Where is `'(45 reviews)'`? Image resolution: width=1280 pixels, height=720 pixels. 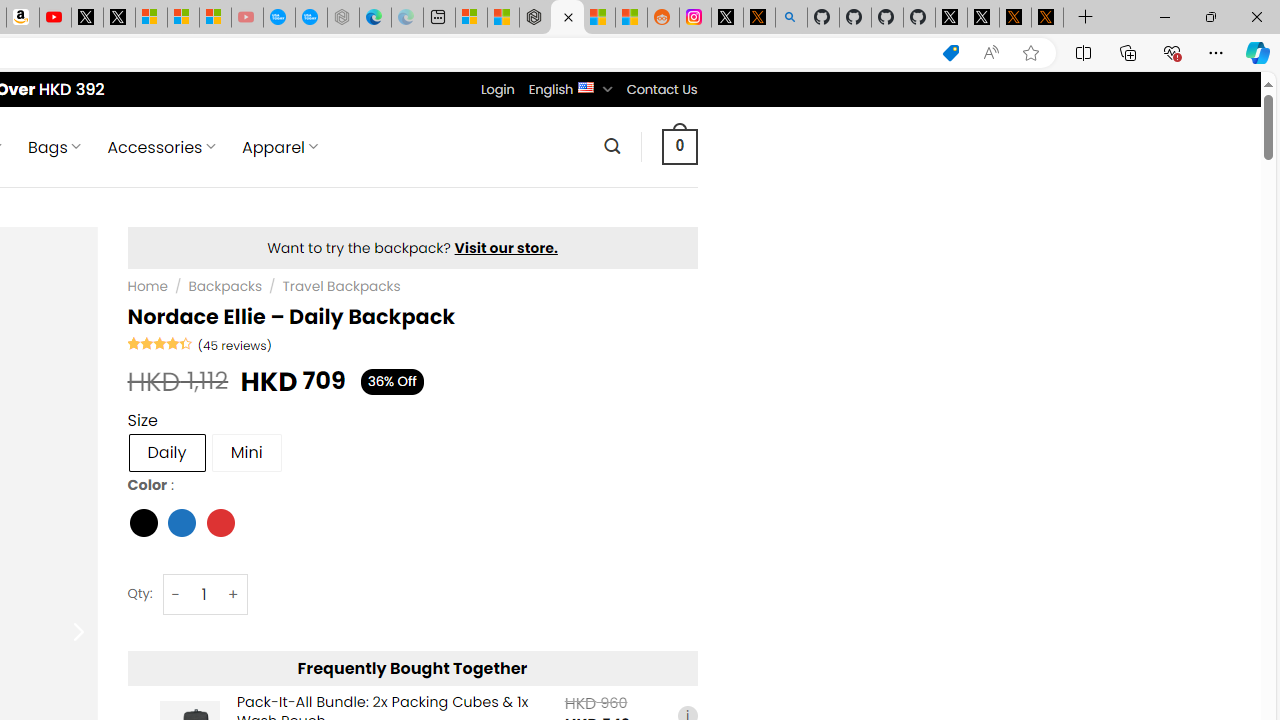
'(45 reviews)' is located at coordinates (234, 343).